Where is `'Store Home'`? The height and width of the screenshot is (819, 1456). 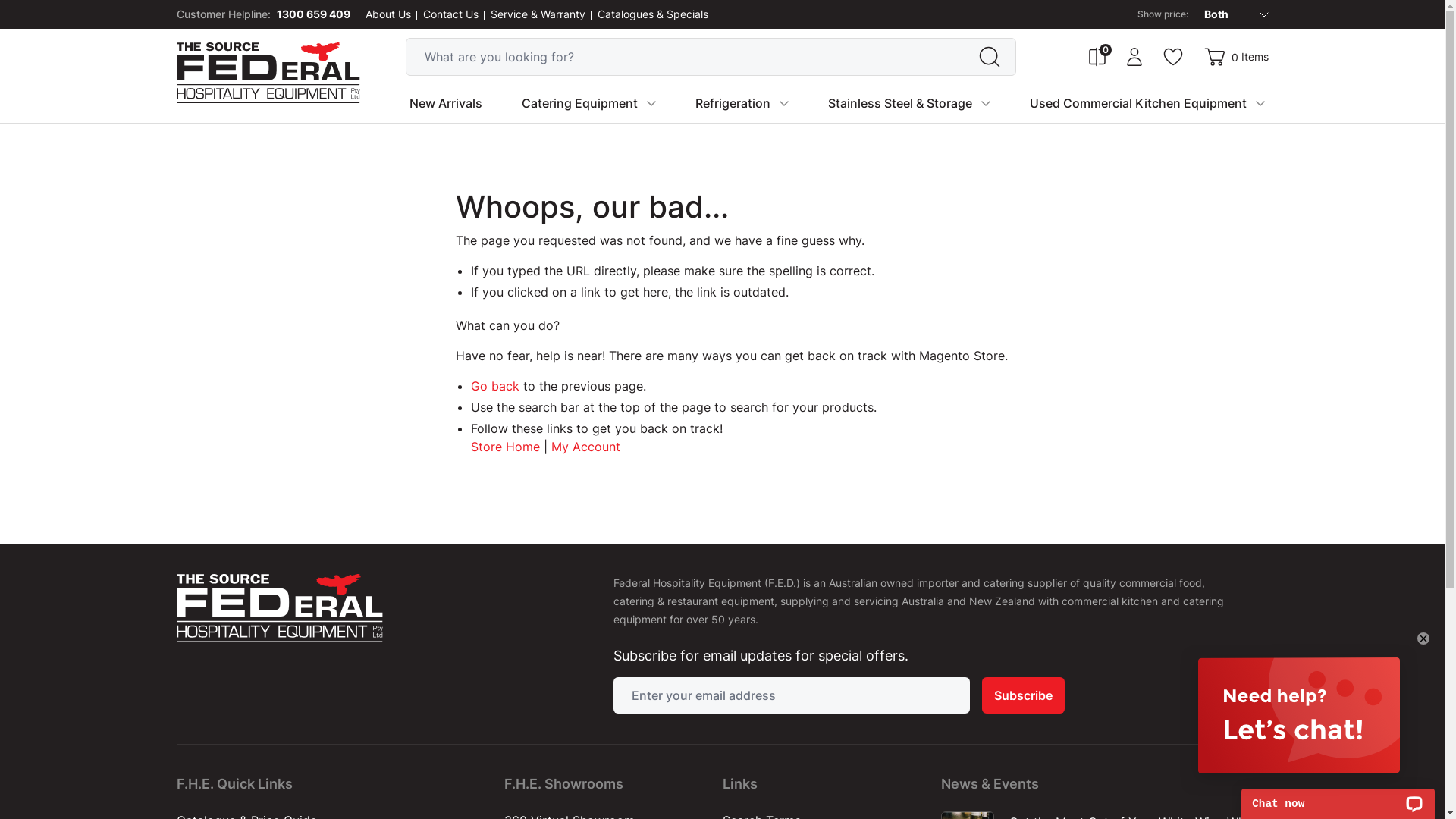 'Store Home' is located at coordinates (504, 446).